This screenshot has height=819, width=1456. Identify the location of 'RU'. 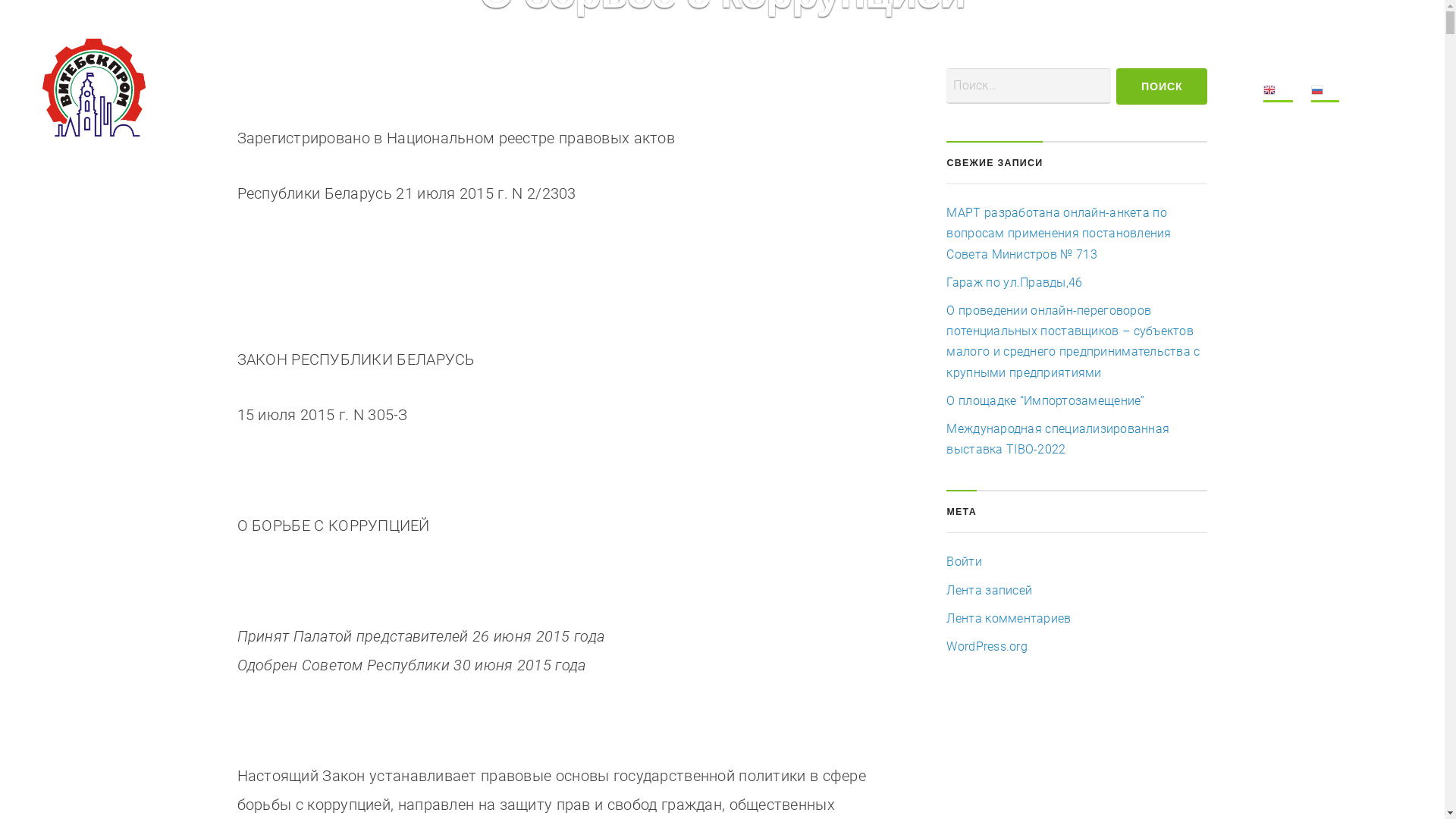
(1310, 93).